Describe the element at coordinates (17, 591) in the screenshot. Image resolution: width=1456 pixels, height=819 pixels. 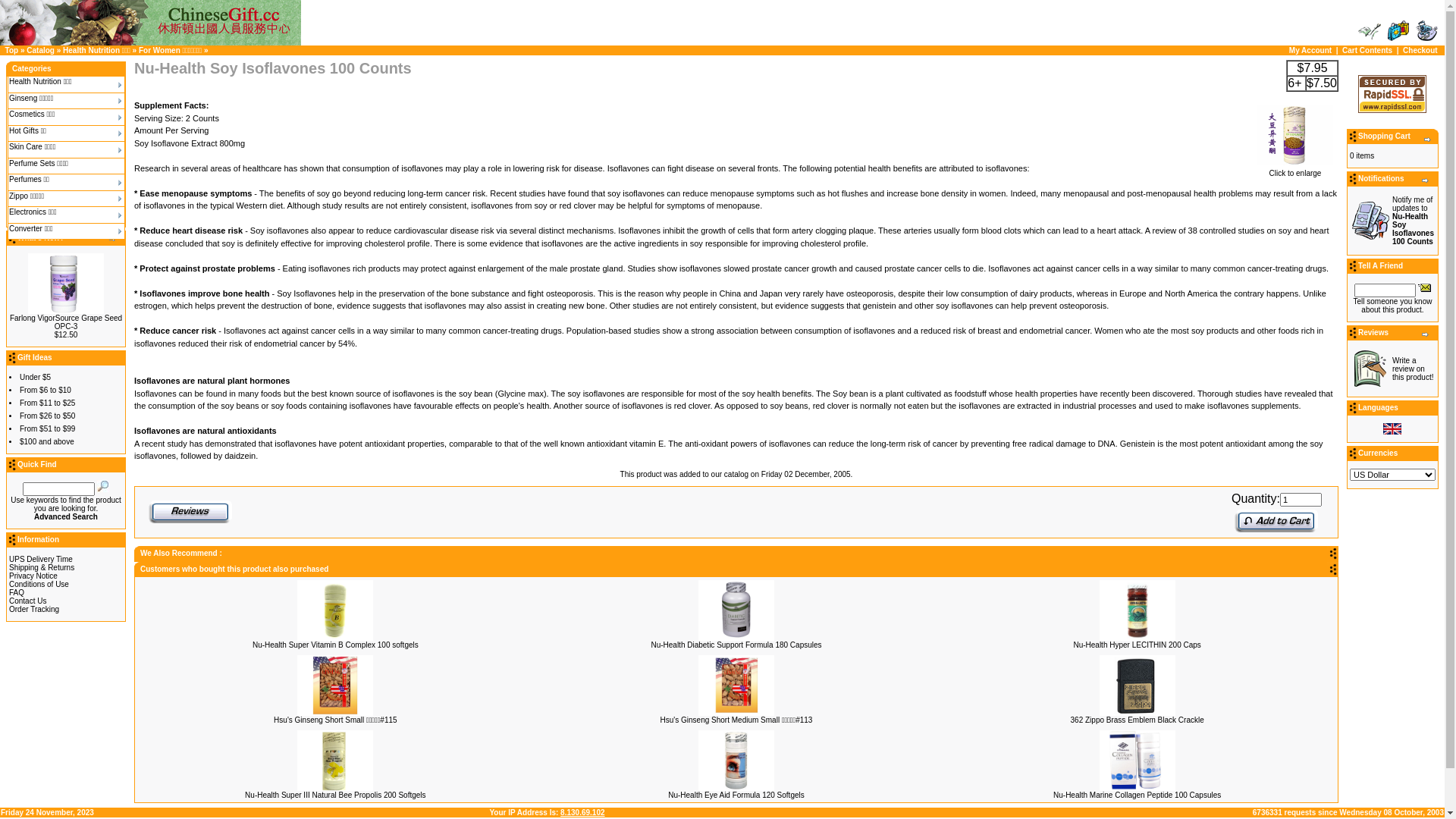
I see `'FAQ'` at that location.